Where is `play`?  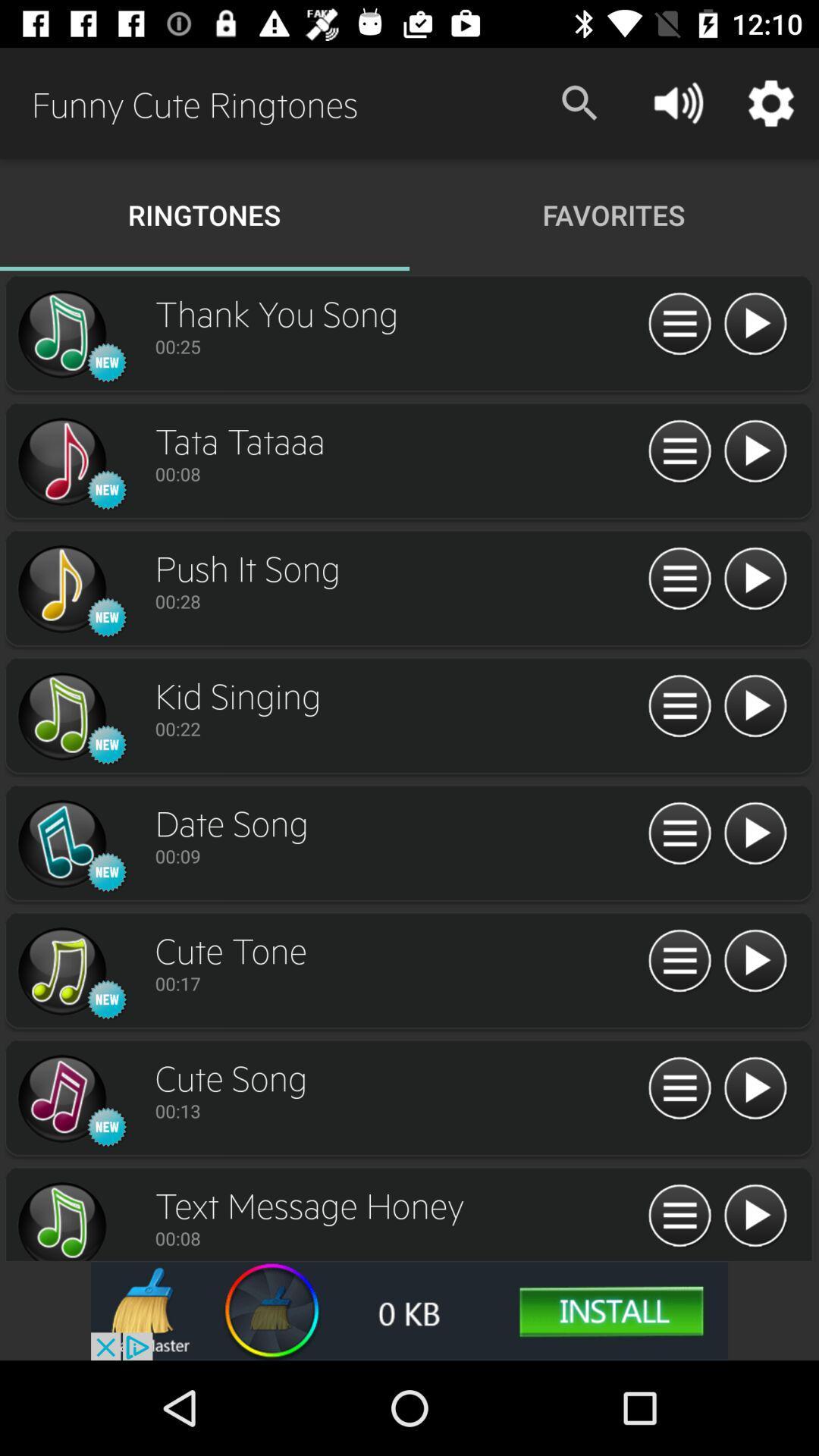
play is located at coordinates (755, 706).